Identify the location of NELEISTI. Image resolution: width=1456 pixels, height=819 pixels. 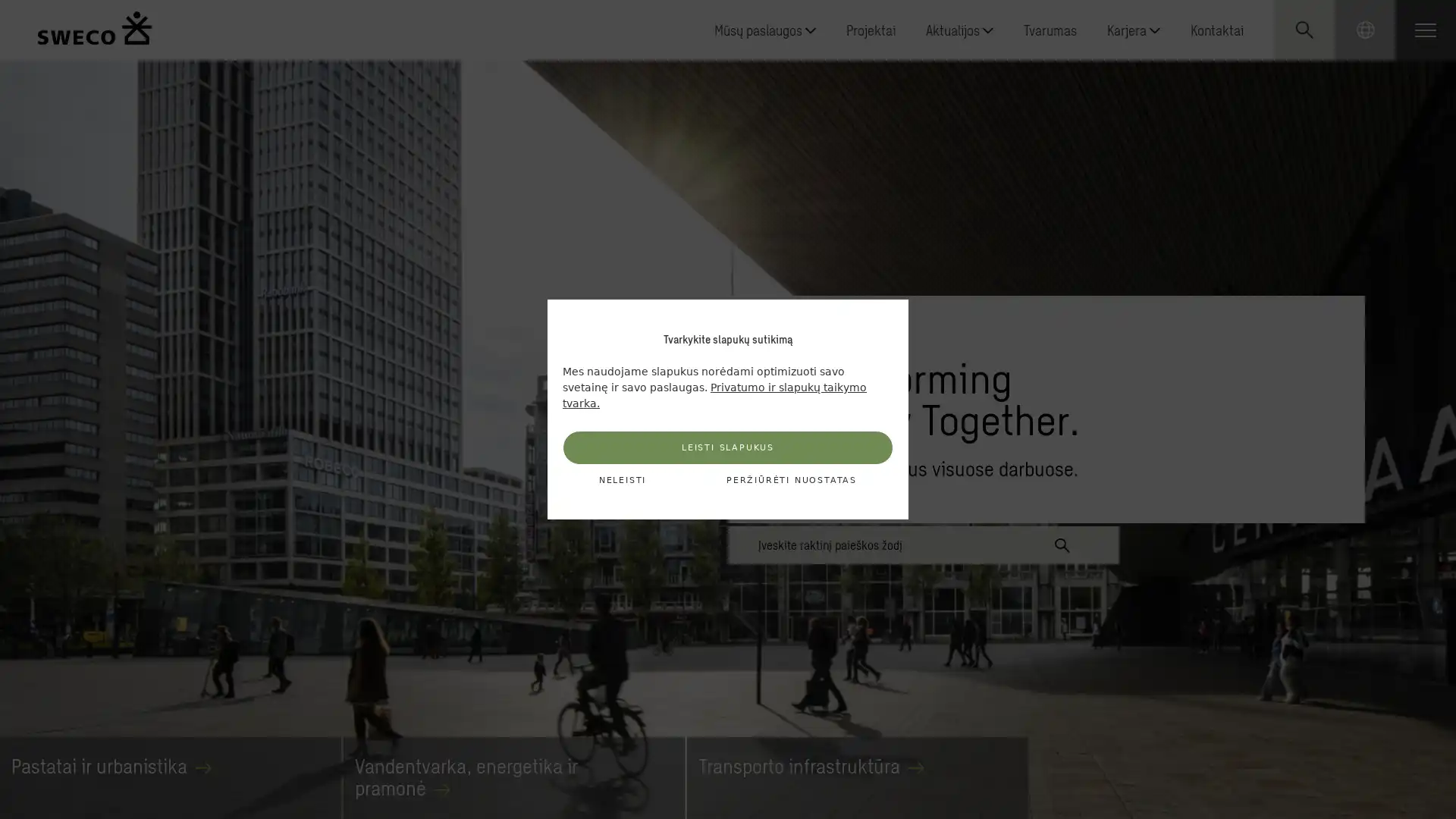
(622, 480).